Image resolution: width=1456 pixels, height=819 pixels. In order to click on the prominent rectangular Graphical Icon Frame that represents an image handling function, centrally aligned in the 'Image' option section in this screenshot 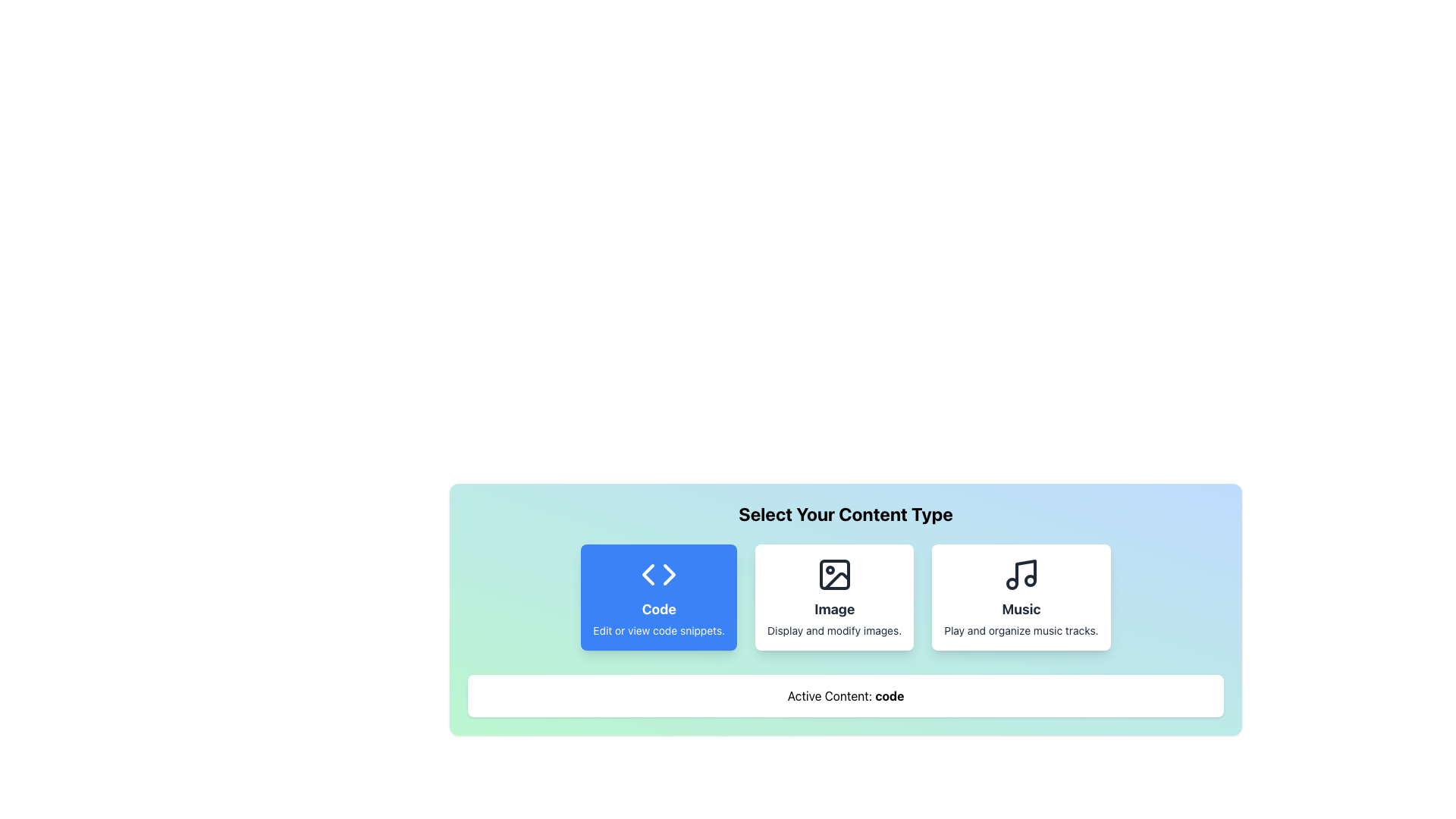, I will do `click(833, 575)`.